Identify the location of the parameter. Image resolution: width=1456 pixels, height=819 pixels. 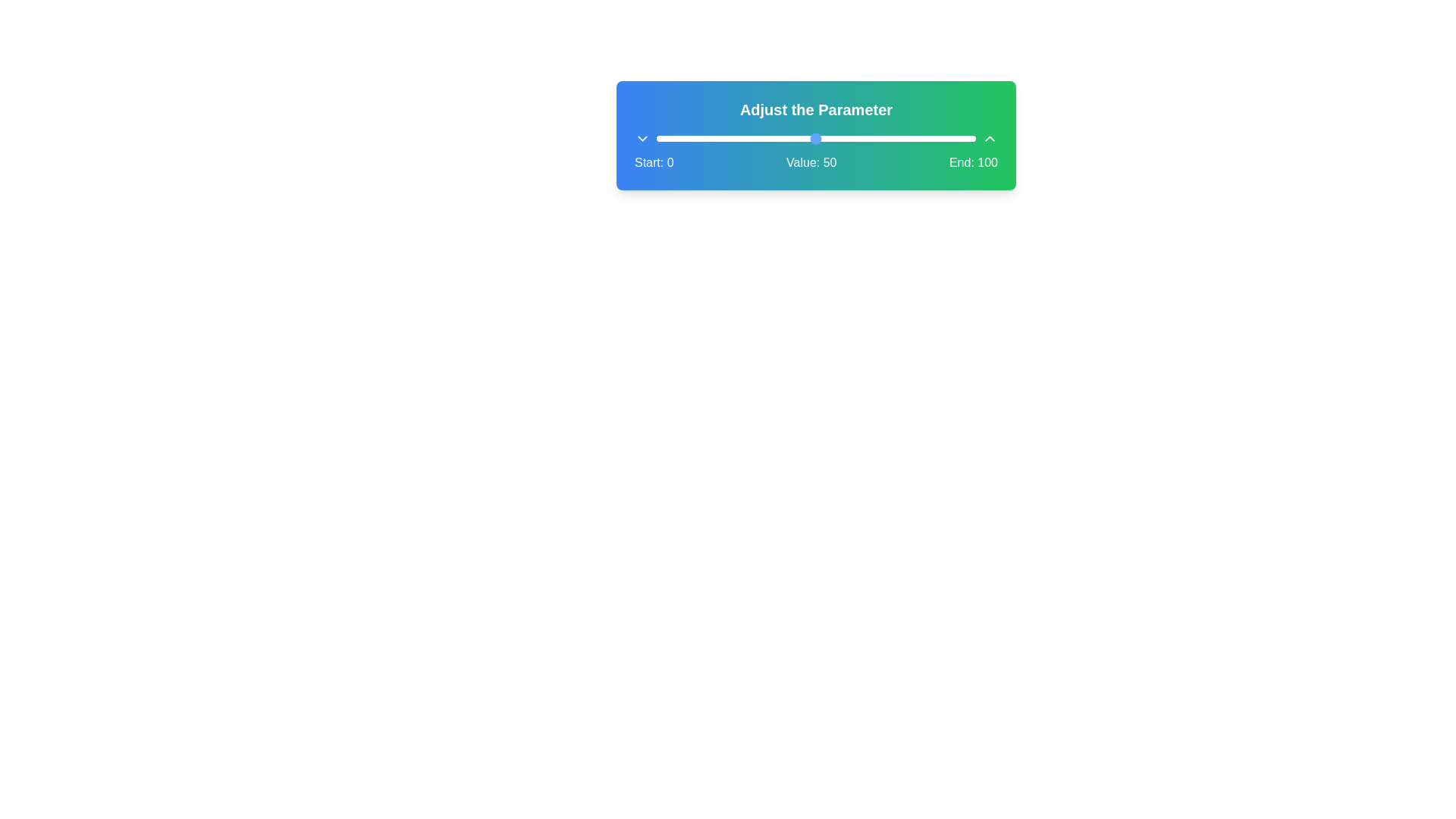
(700, 138).